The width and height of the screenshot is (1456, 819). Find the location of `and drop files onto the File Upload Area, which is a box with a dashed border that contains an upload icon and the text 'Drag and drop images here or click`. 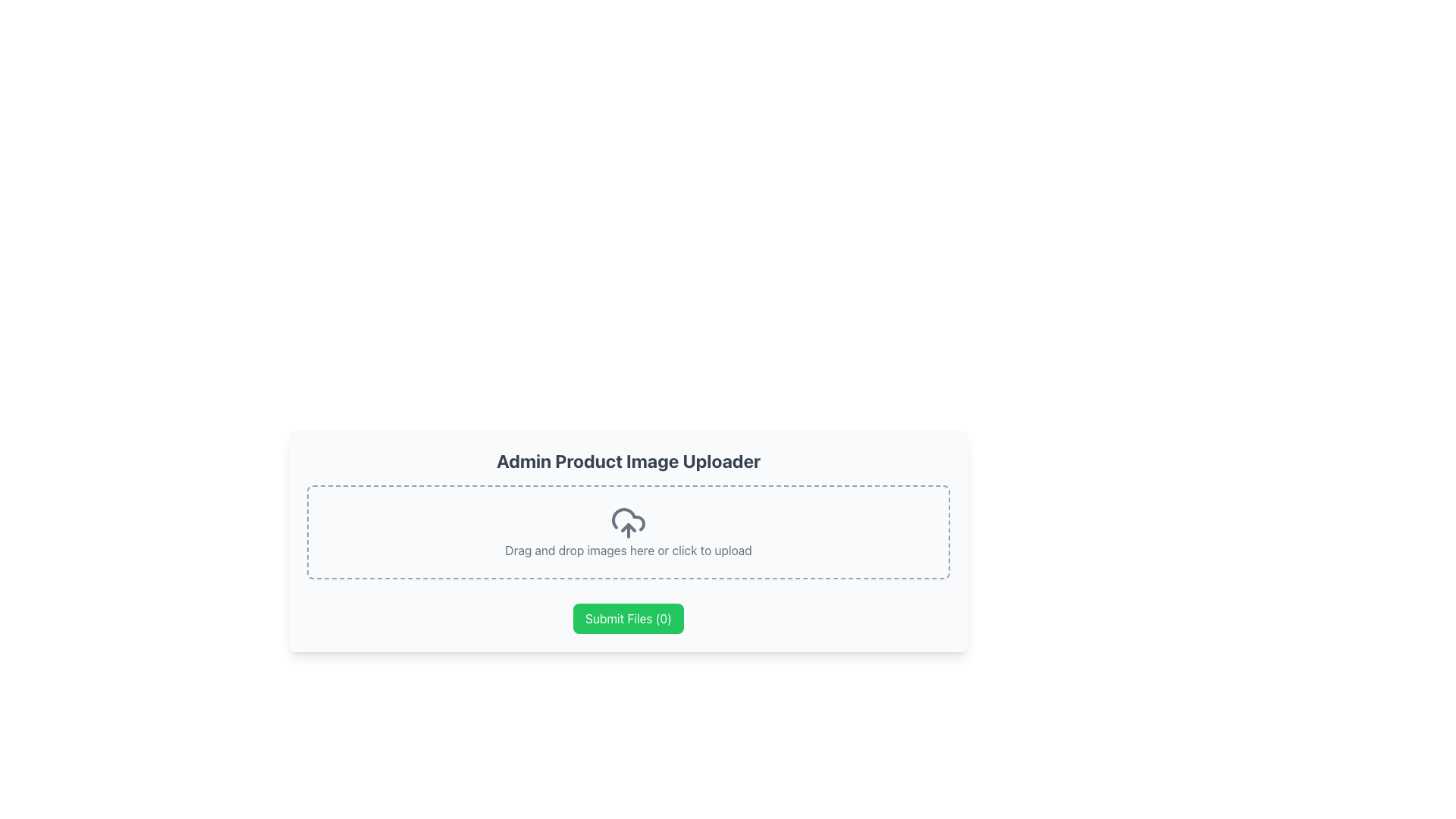

and drop files onto the File Upload Area, which is a box with a dashed border that contains an upload icon and the text 'Drag and drop images here or click is located at coordinates (629, 532).